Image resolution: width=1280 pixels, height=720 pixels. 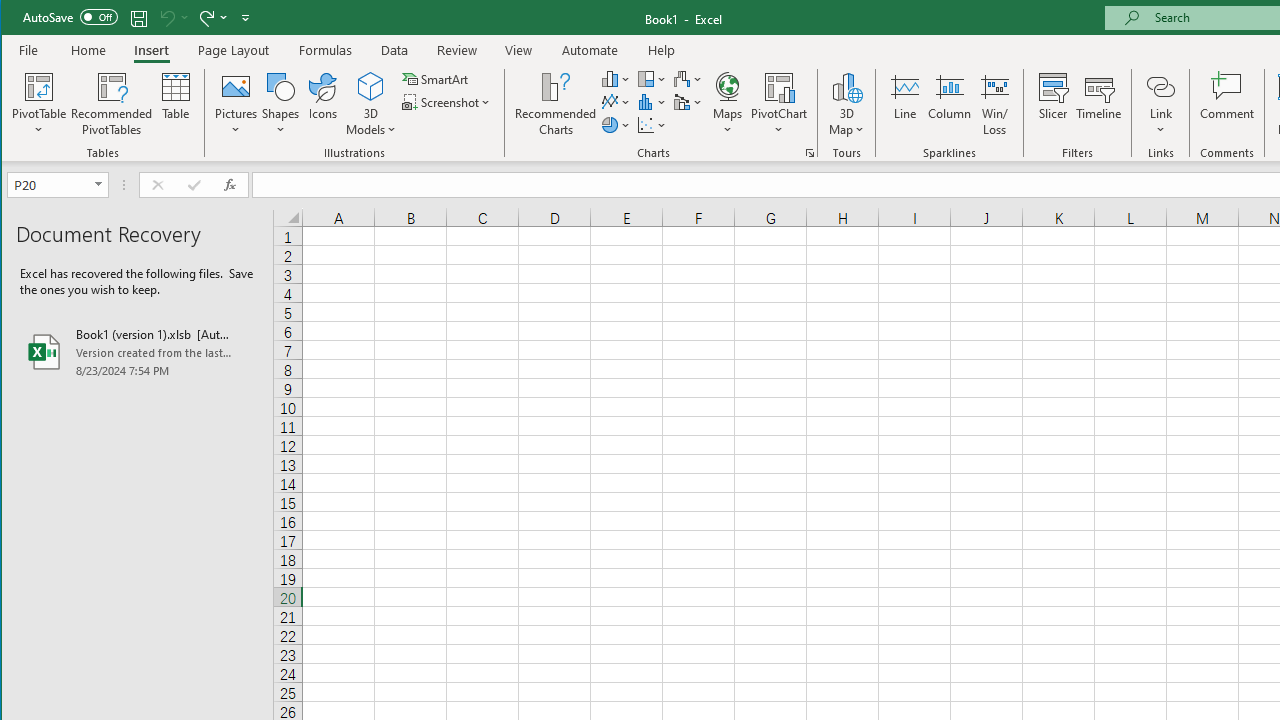 What do you see at coordinates (57, 185) in the screenshot?
I see `'Name Box'` at bounding box center [57, 185].